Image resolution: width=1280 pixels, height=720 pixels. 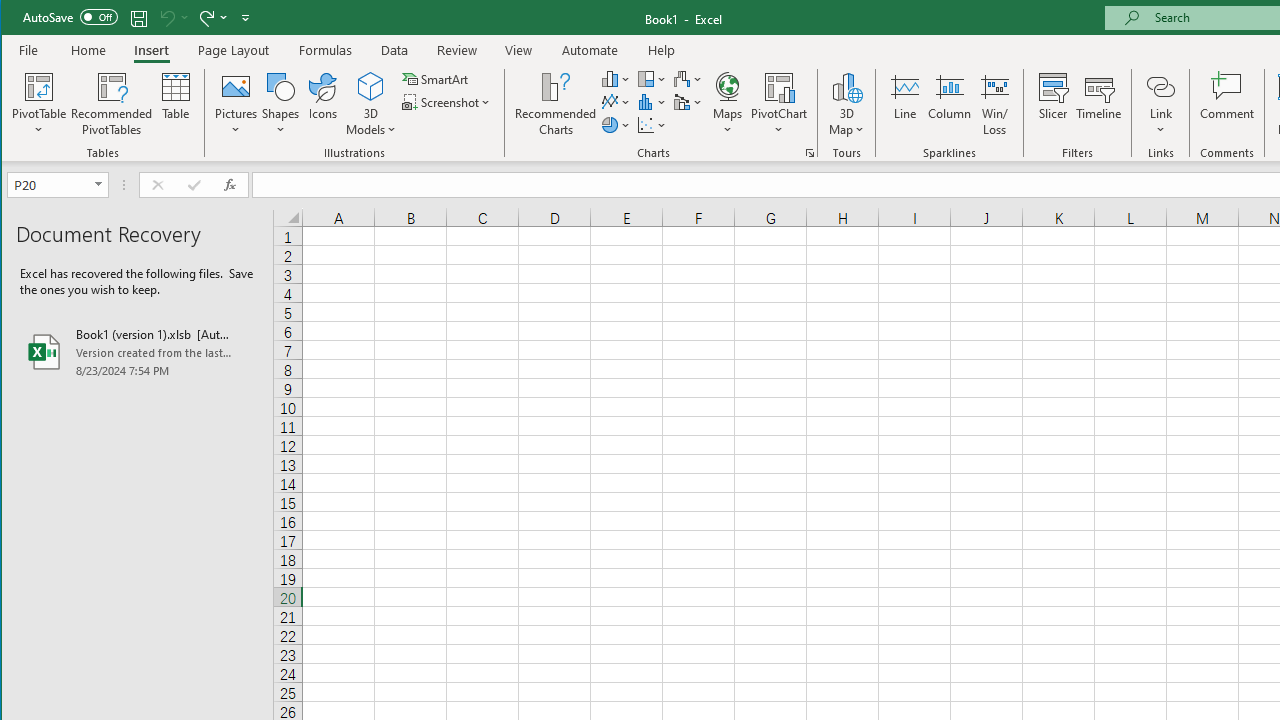 What do you see at coordinates (57, 185) in the screenshot?
I see `'Name Box'` at bounding box center [57, 185].